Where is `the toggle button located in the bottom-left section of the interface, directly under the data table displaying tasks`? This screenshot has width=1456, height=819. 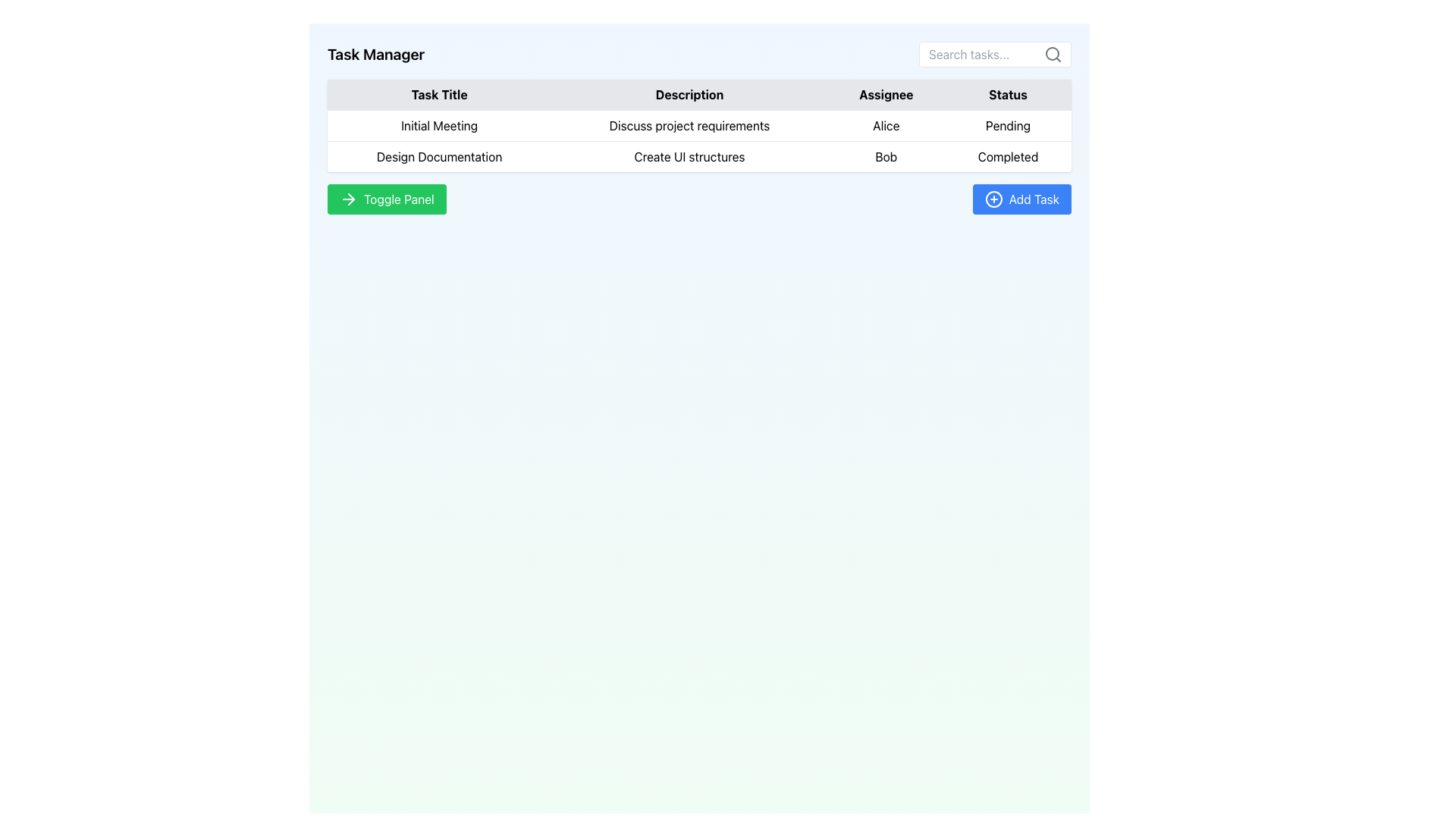 the toggle button located in the bottom-left section of the interface, directly under the data table displaying tasks is located at coordinates (387, 198).